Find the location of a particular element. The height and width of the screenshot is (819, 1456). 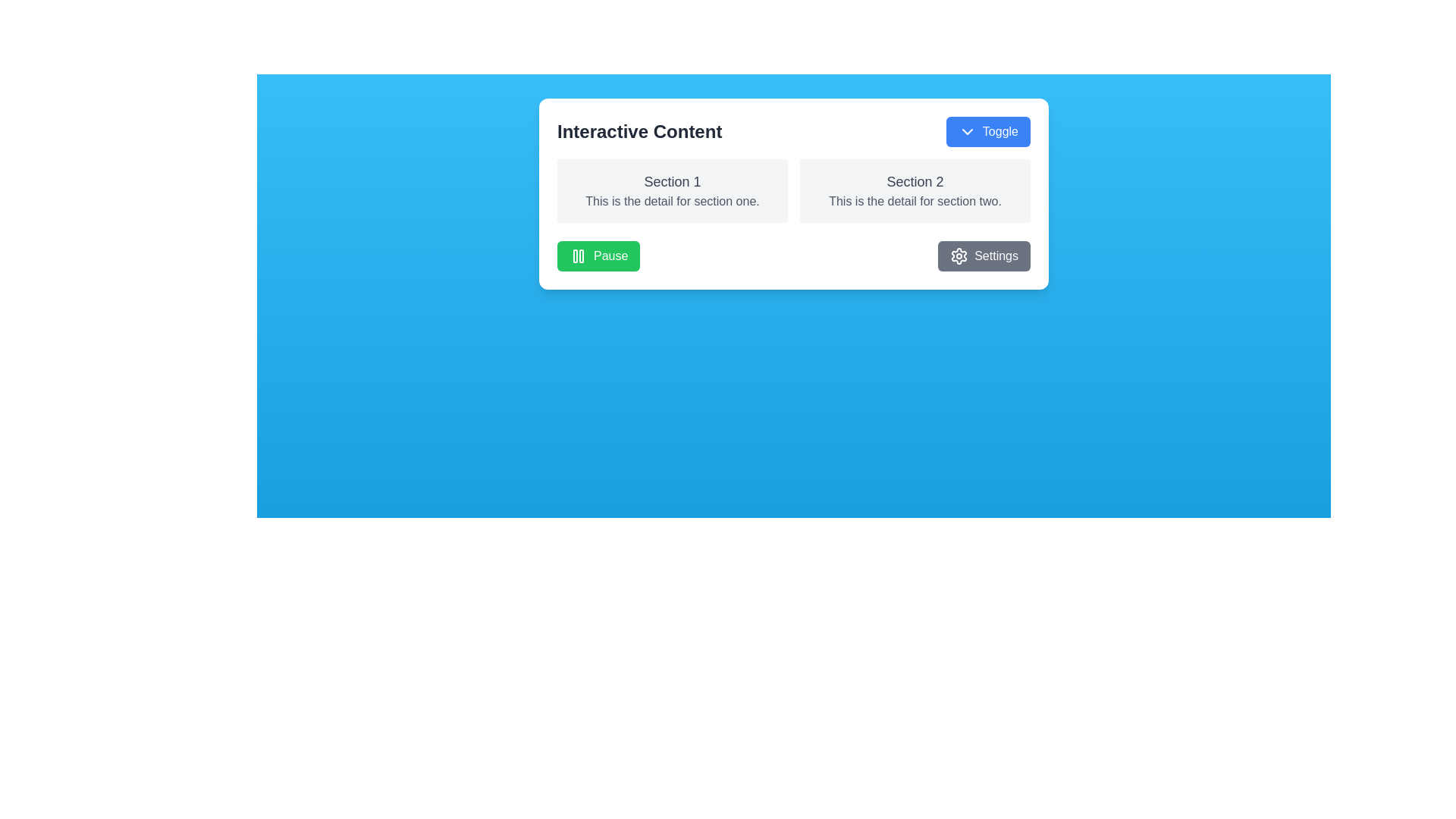

displayed text of the Text label that describes the action of the adjacent Toggle button, located on the right-hand side of the button within the white content card is located at coordinates (1000, 130).